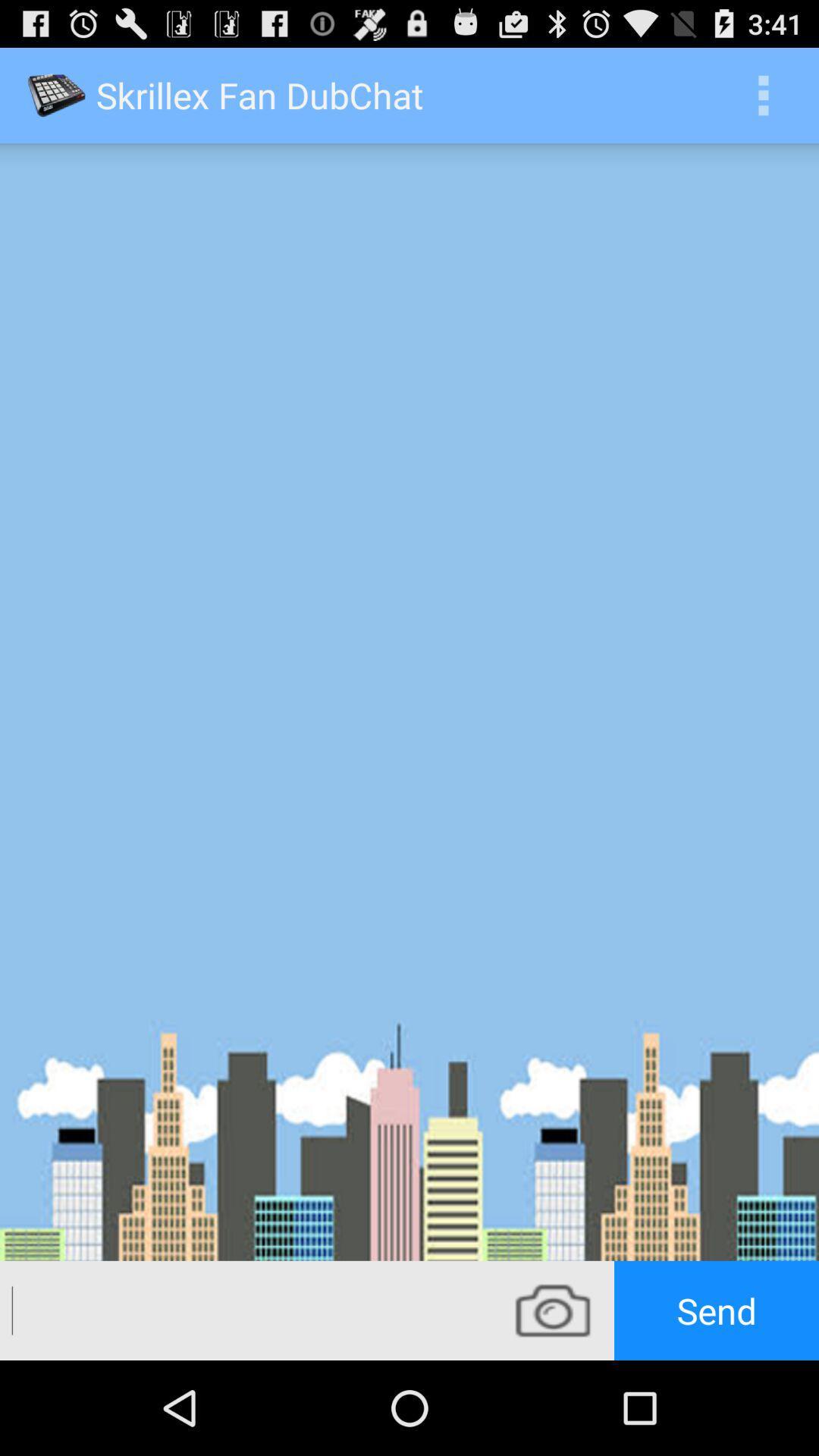 This screenshot has height=1456, width=819. I want to click on take photo, so click(553, 1310).